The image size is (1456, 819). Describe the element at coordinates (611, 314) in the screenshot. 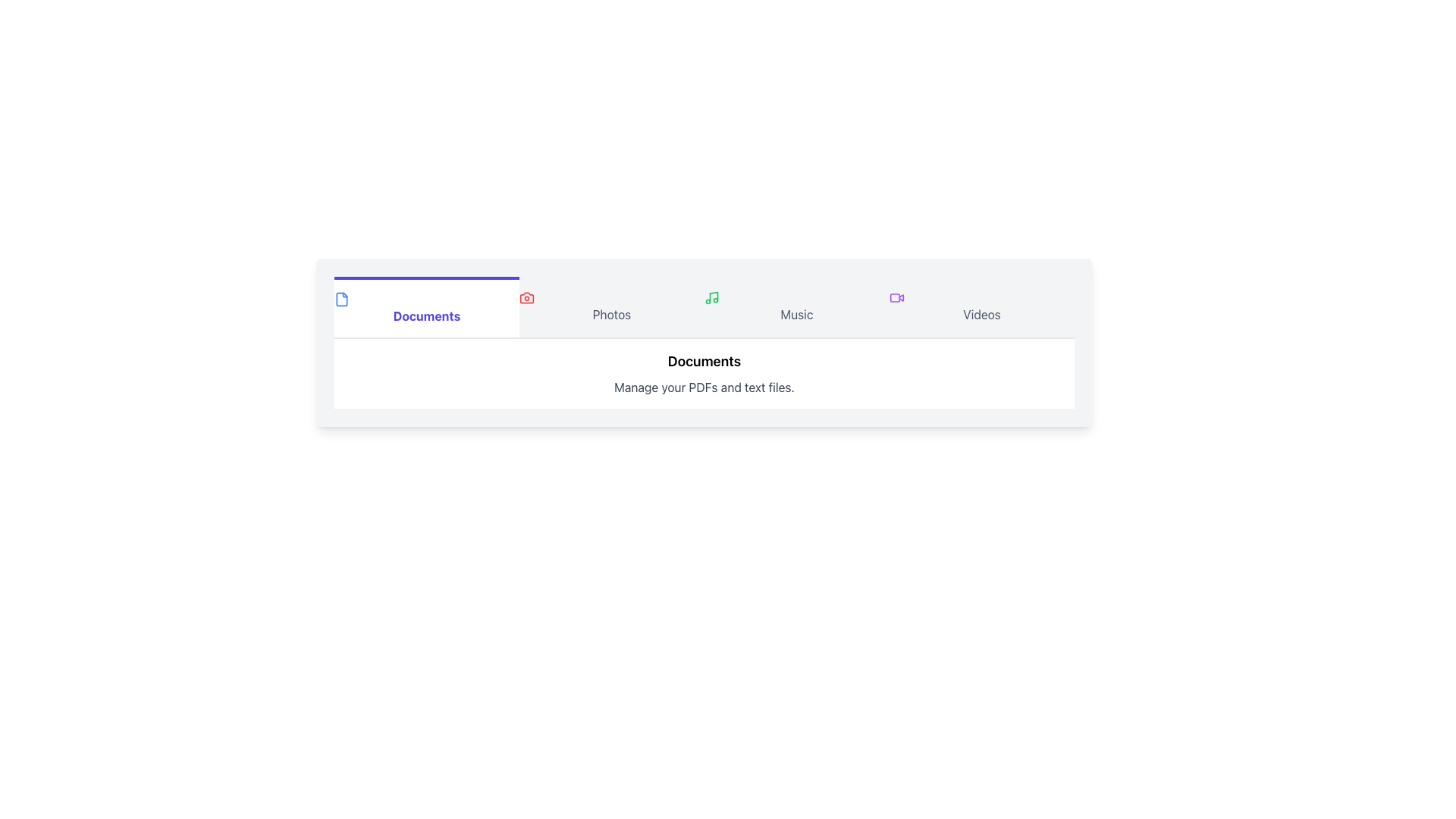

I see `the 'Photos' text label, which is styled in gray and located under the navigation bar` at that location.